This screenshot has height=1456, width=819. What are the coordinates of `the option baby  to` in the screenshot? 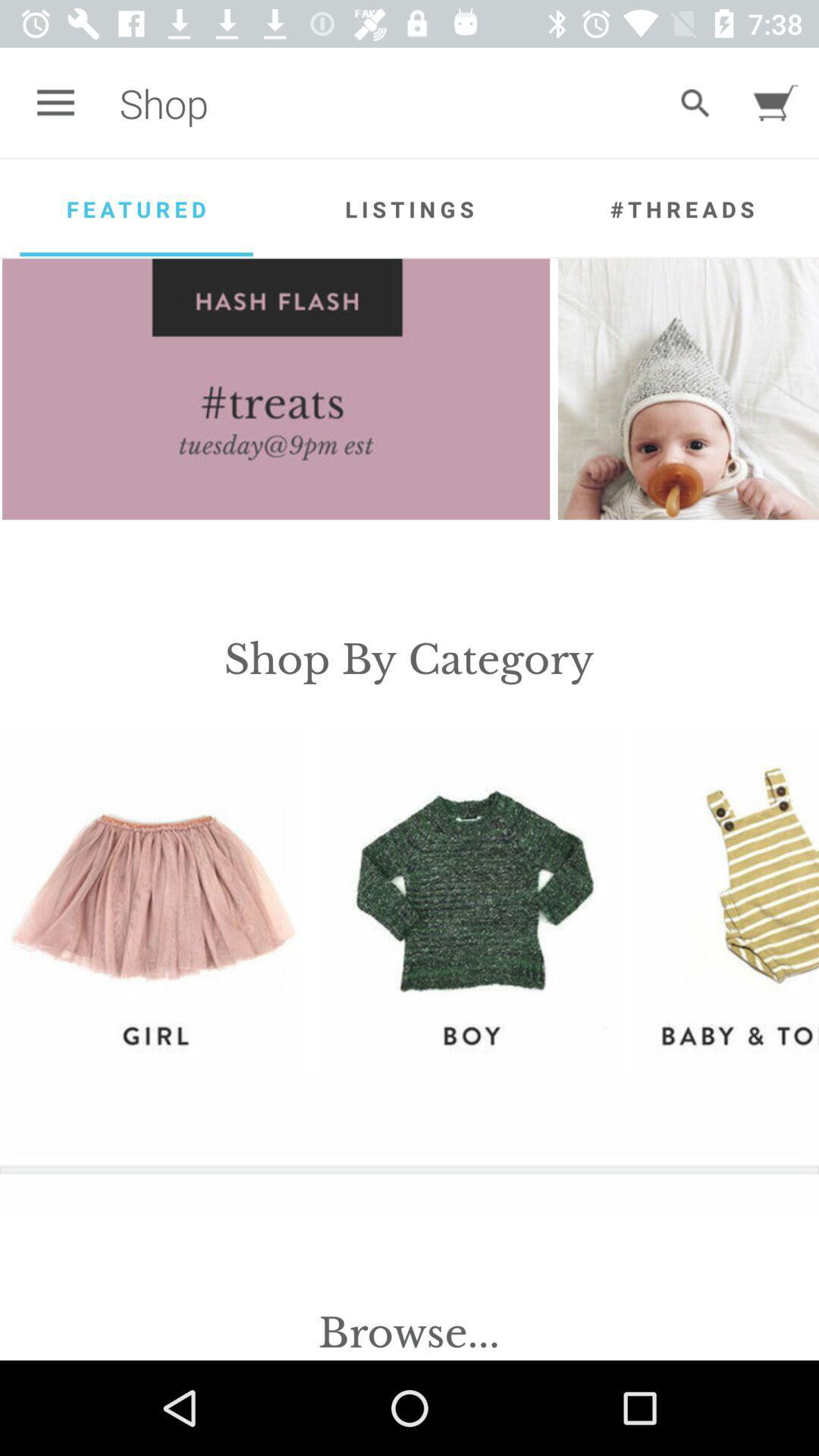 It's located at (726, 899).